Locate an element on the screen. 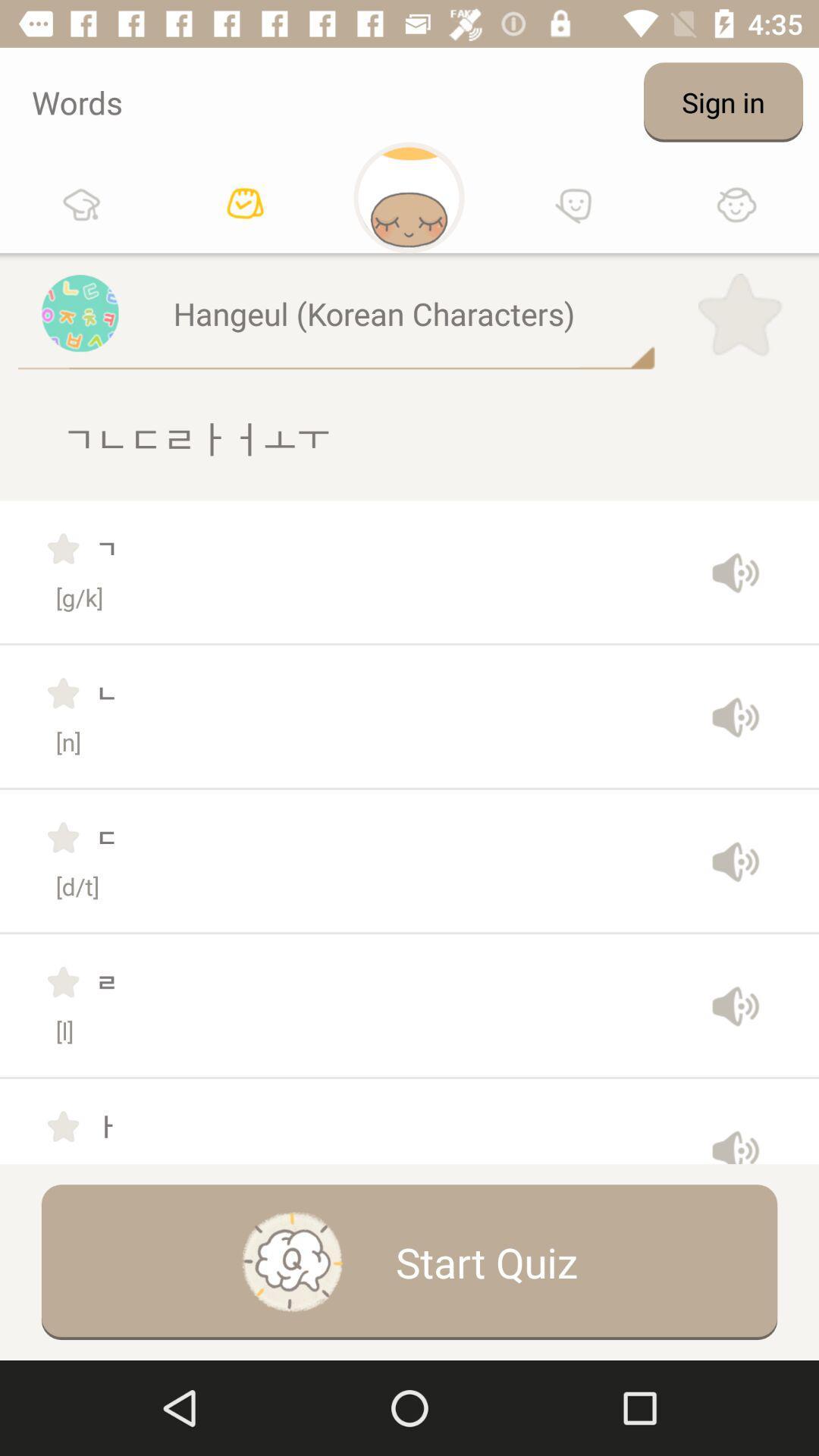 The image size is (819, 1456). the item next to words app is located at coordinates (722, 101).